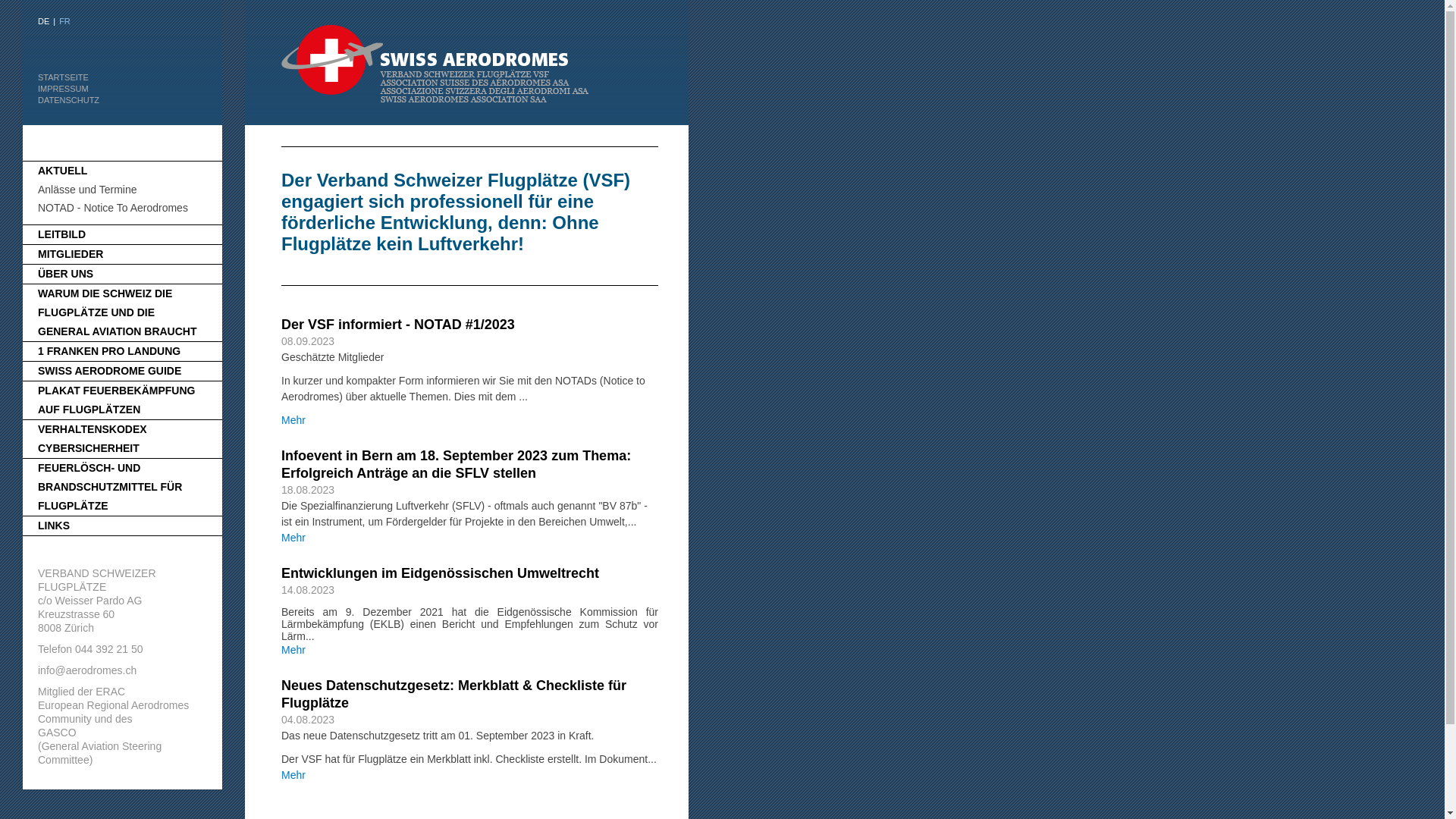  What do you see at coordinates (91, 438) in the screenshot?
I see `'VERHALTENSKODEX CYBERSICHERHEIT'` at bounding box center [91, 438].